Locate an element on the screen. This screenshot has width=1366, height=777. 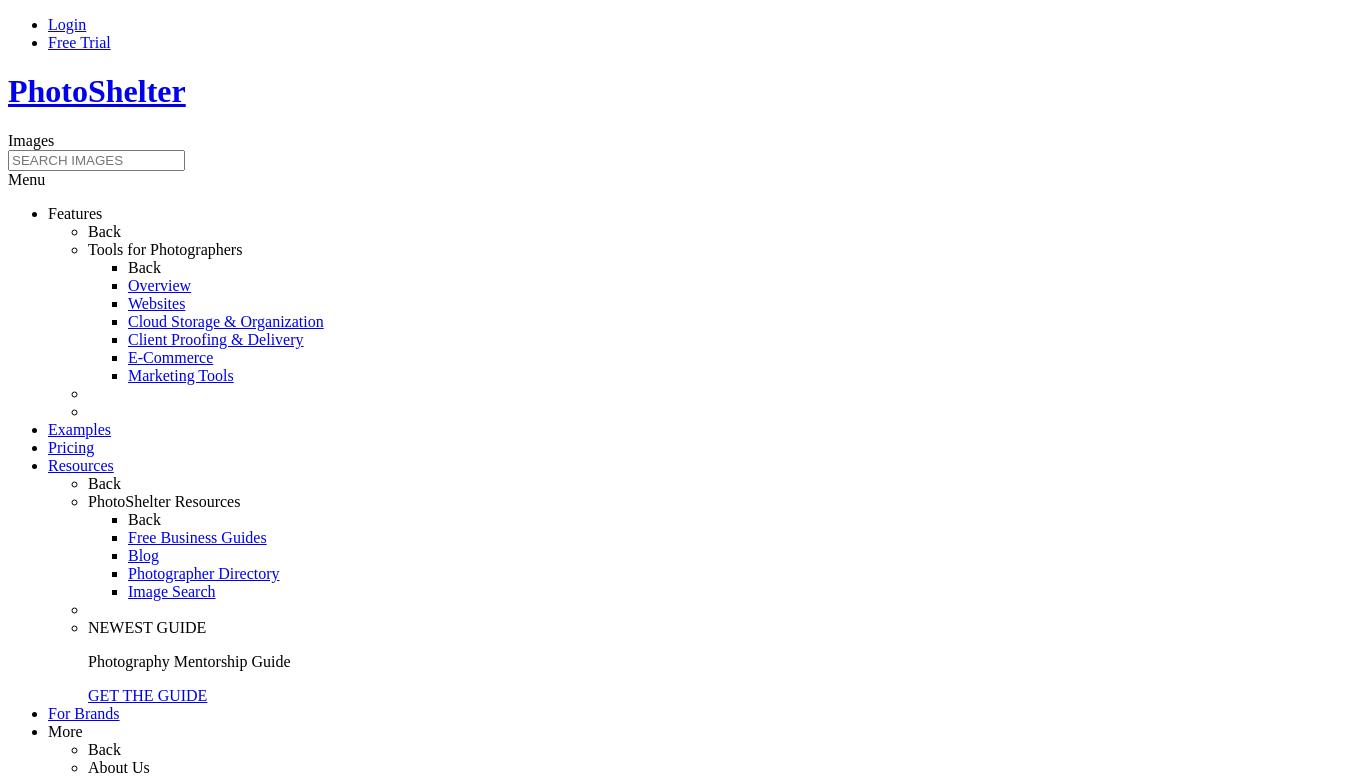
'Free Business Guides' is located at coordinates (195, 535).